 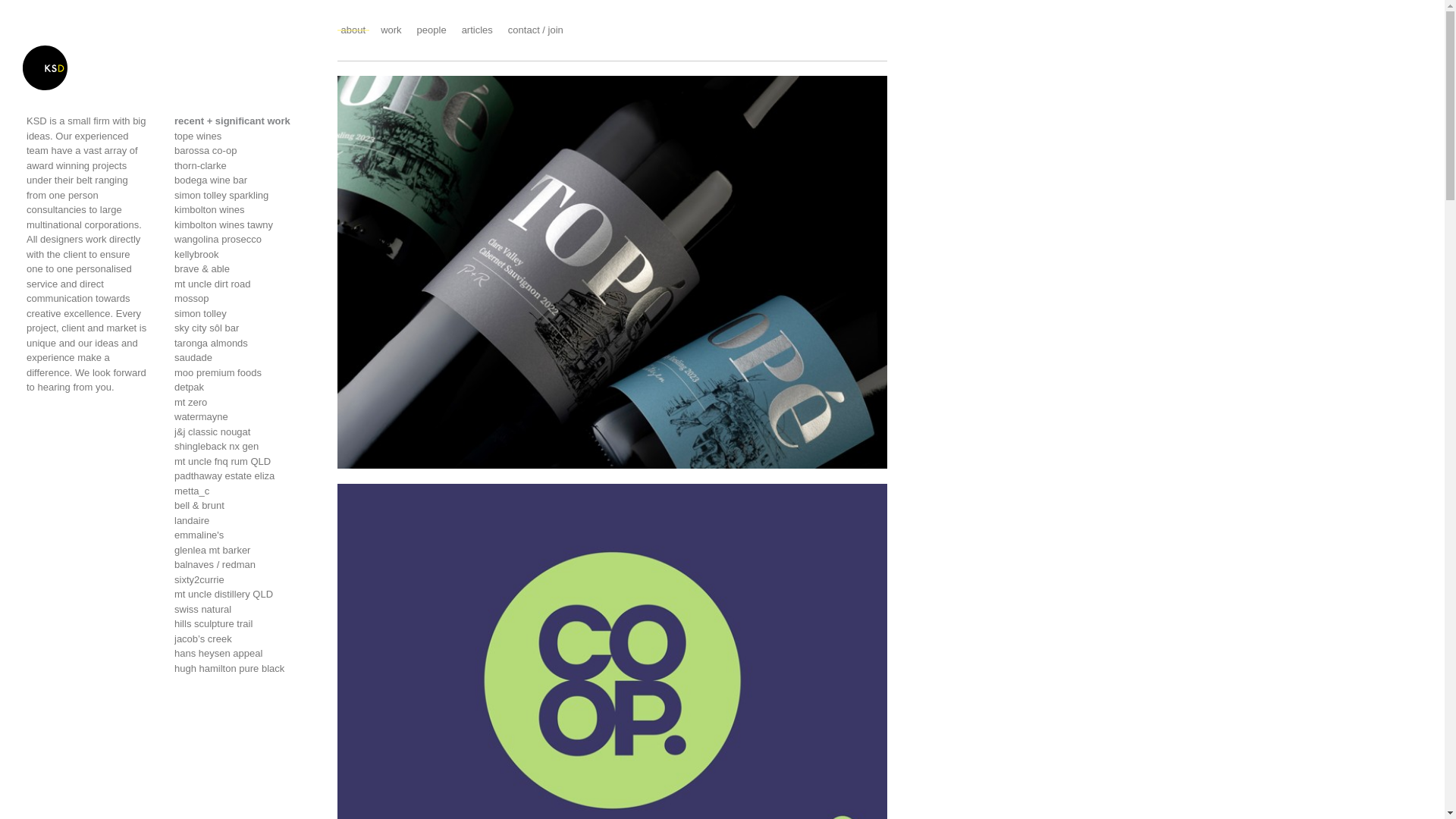 I want to click on 'kimbolton wines tawny', so click(x=243, y=224).